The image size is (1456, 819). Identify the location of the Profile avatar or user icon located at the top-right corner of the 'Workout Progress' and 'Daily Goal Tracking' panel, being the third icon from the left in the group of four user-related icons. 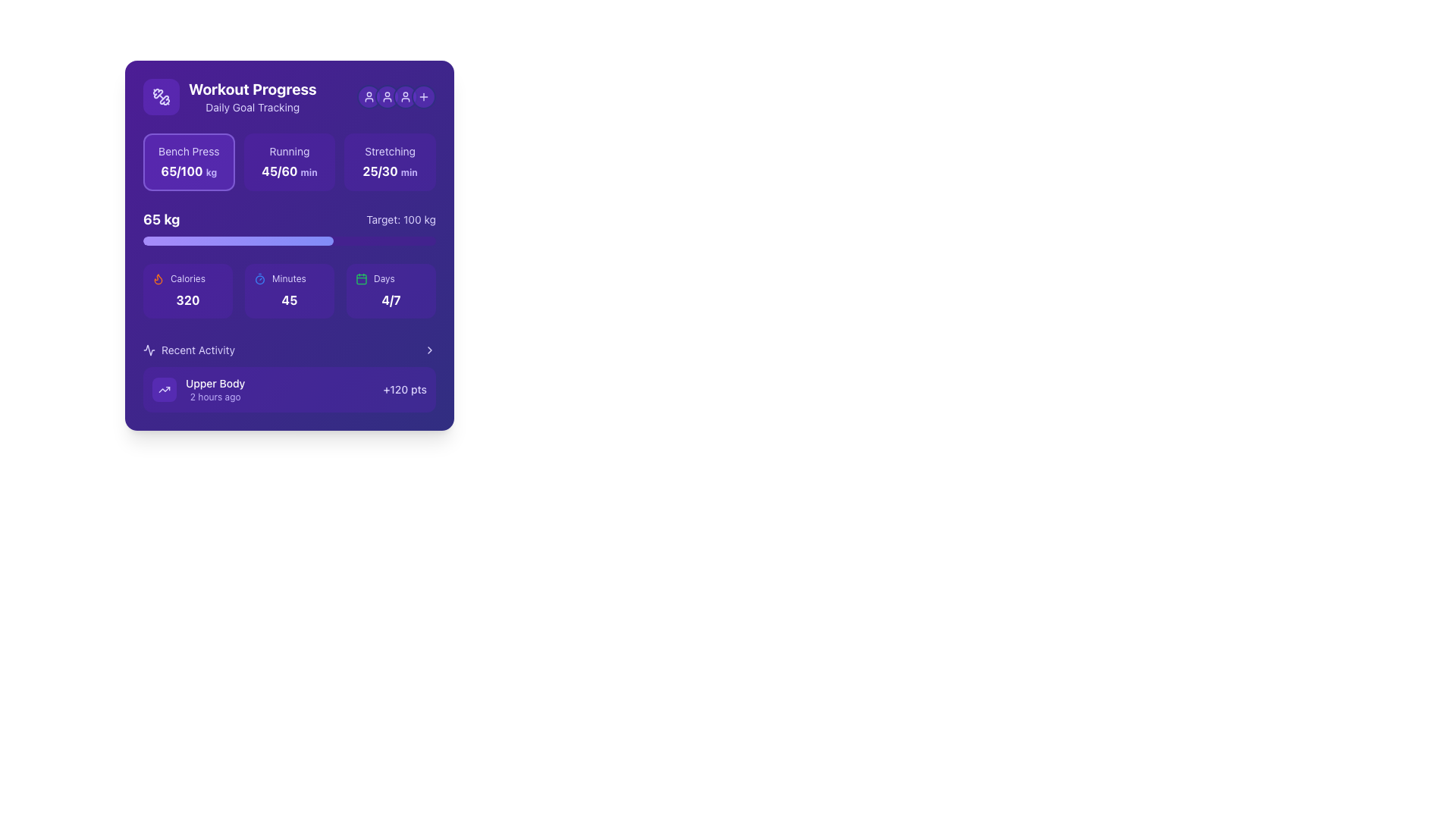
(397, 96).